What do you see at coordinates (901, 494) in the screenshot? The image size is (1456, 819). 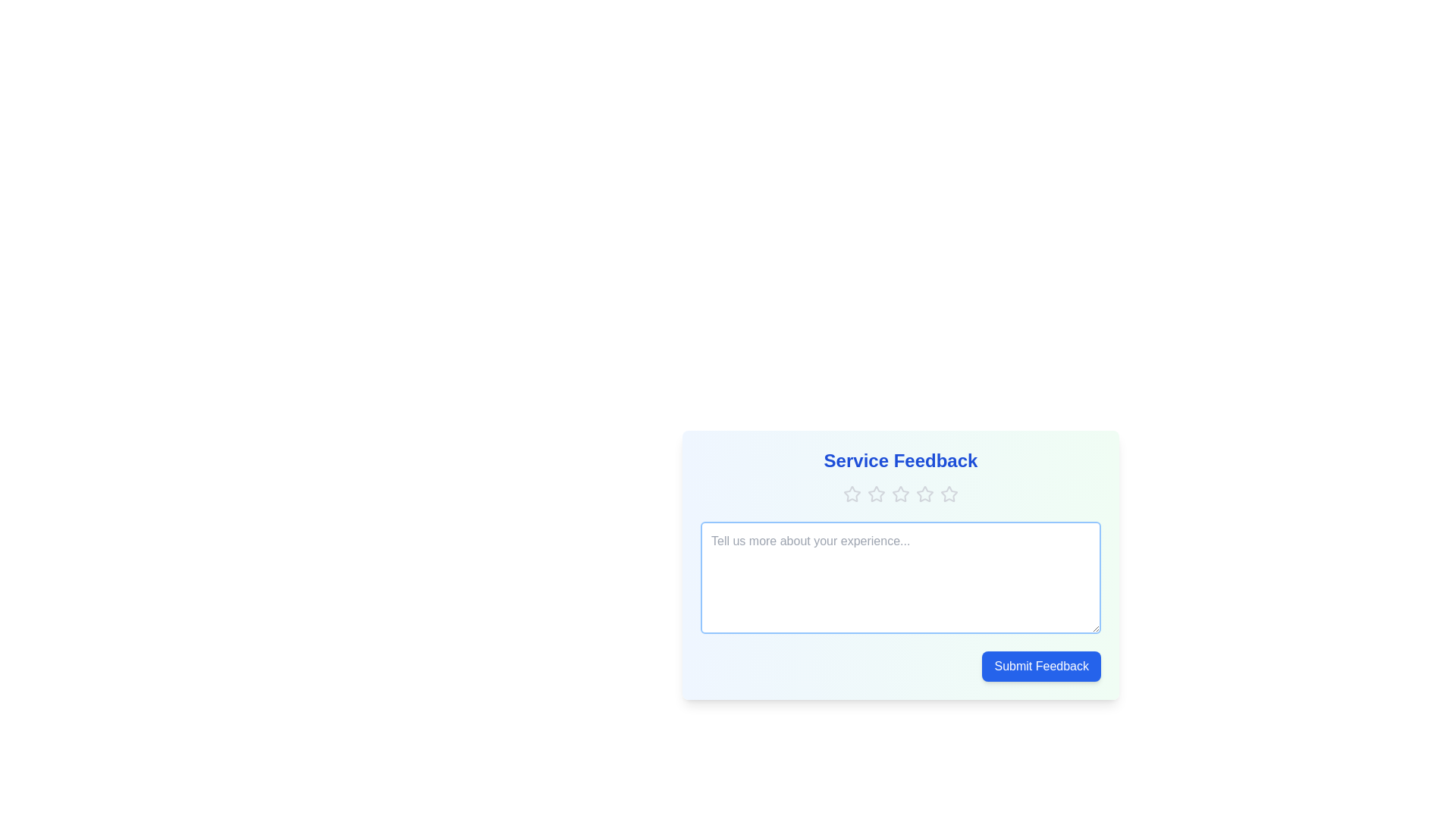 I see `the star corresponding to the desired rating 3` at bounding box center [901, 494].